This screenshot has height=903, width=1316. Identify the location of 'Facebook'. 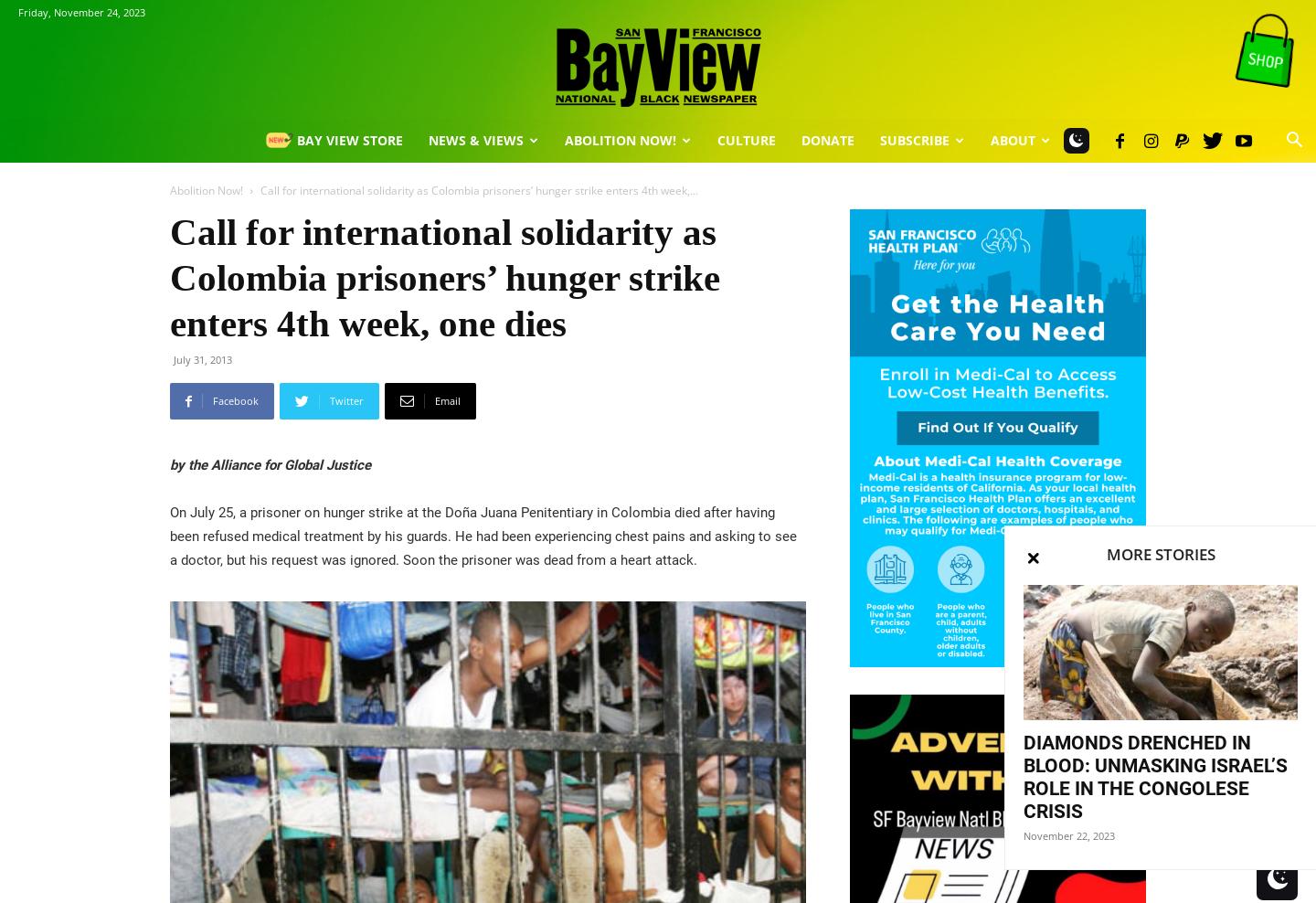
(235, 400).